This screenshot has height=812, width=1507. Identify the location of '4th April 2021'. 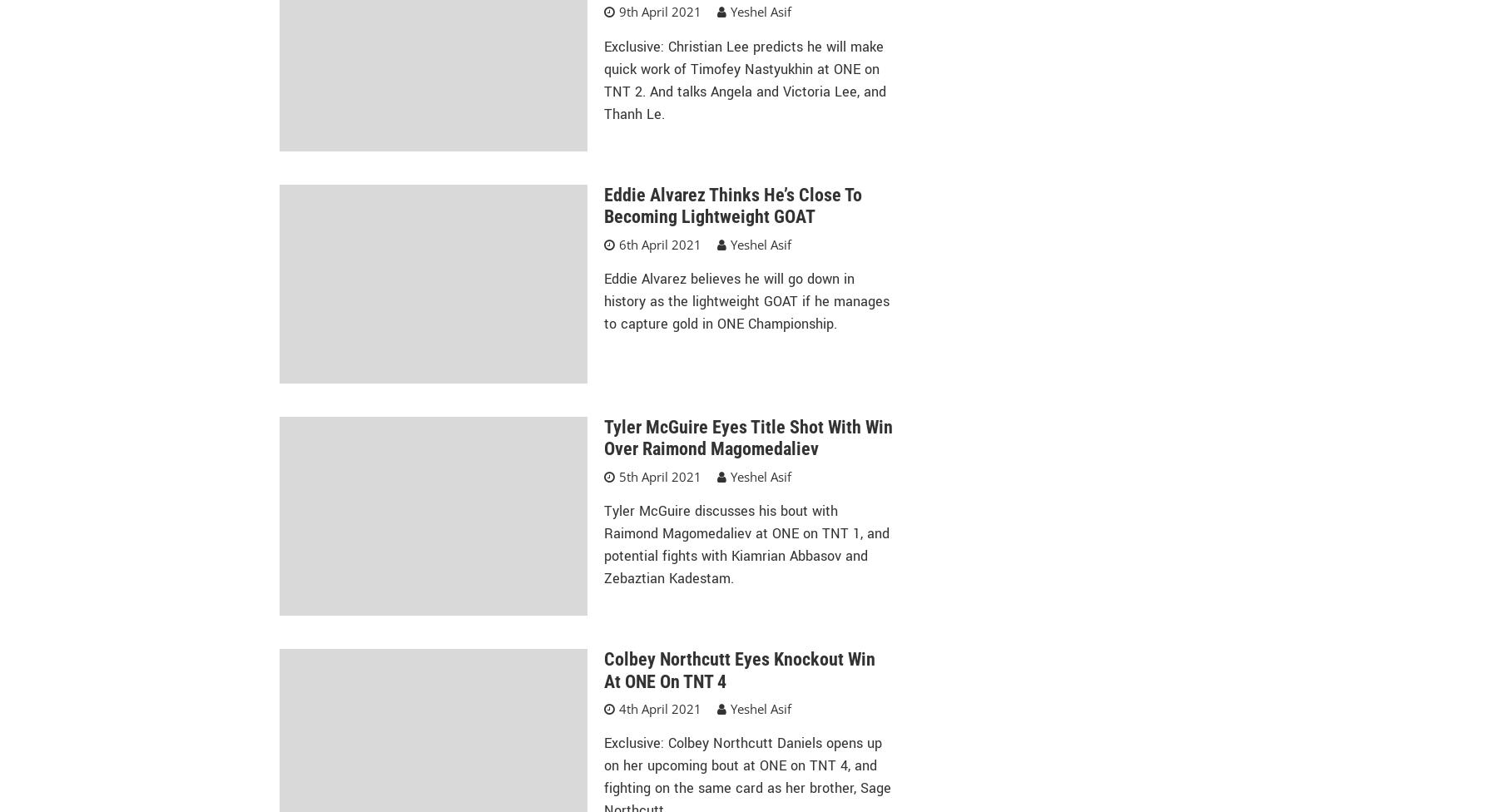
(658, 707).